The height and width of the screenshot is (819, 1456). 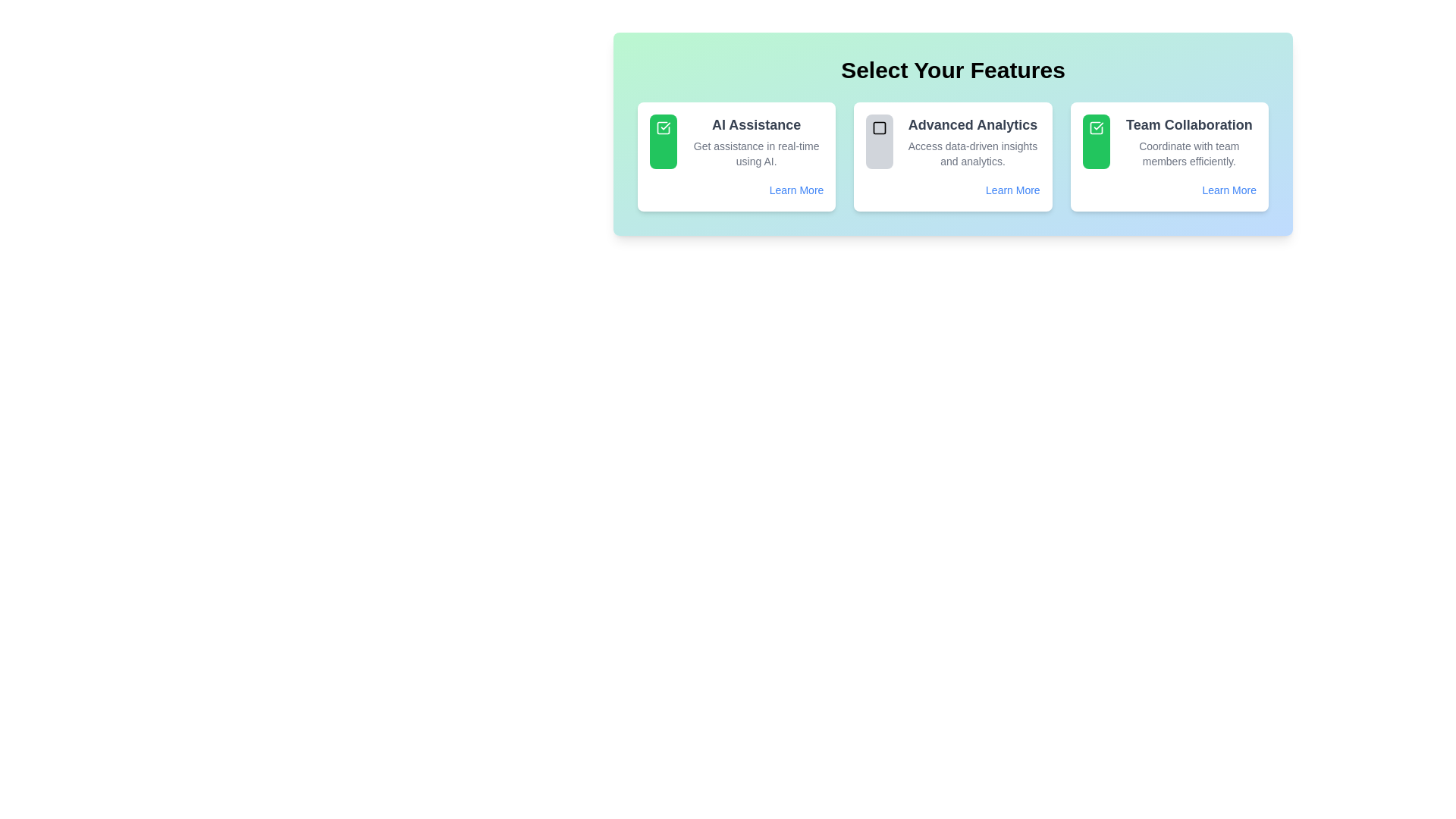 I want to click on the Checkbox icon representation, which is a white square with a checkmark in the center, located within the green rounded rectangle of the 'Team Collaboration' feature card, so click(x=1096, y=127).